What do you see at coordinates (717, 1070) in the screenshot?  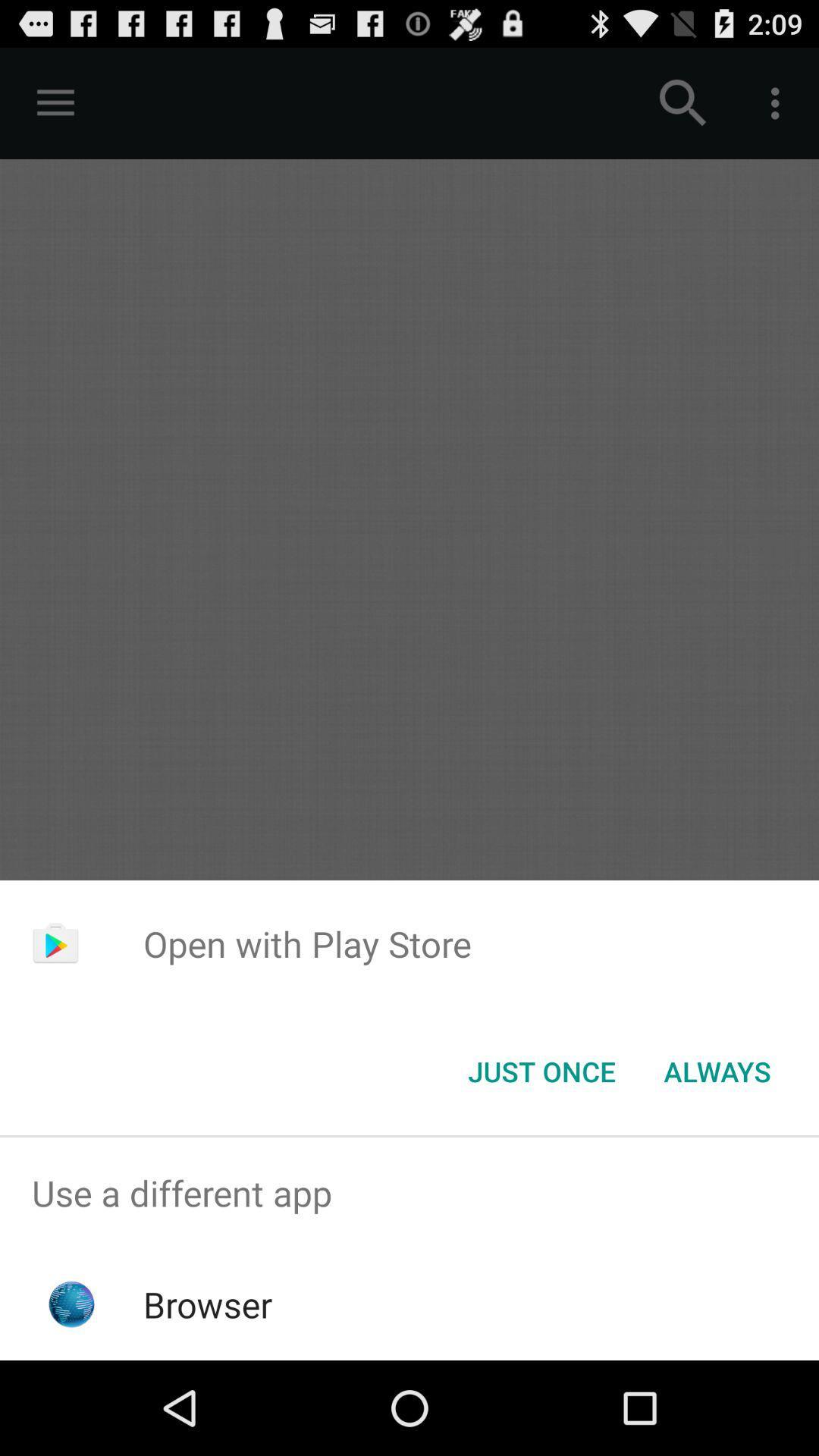 I see `the always at the bottom right corner` at bounding box center [717, 1070].